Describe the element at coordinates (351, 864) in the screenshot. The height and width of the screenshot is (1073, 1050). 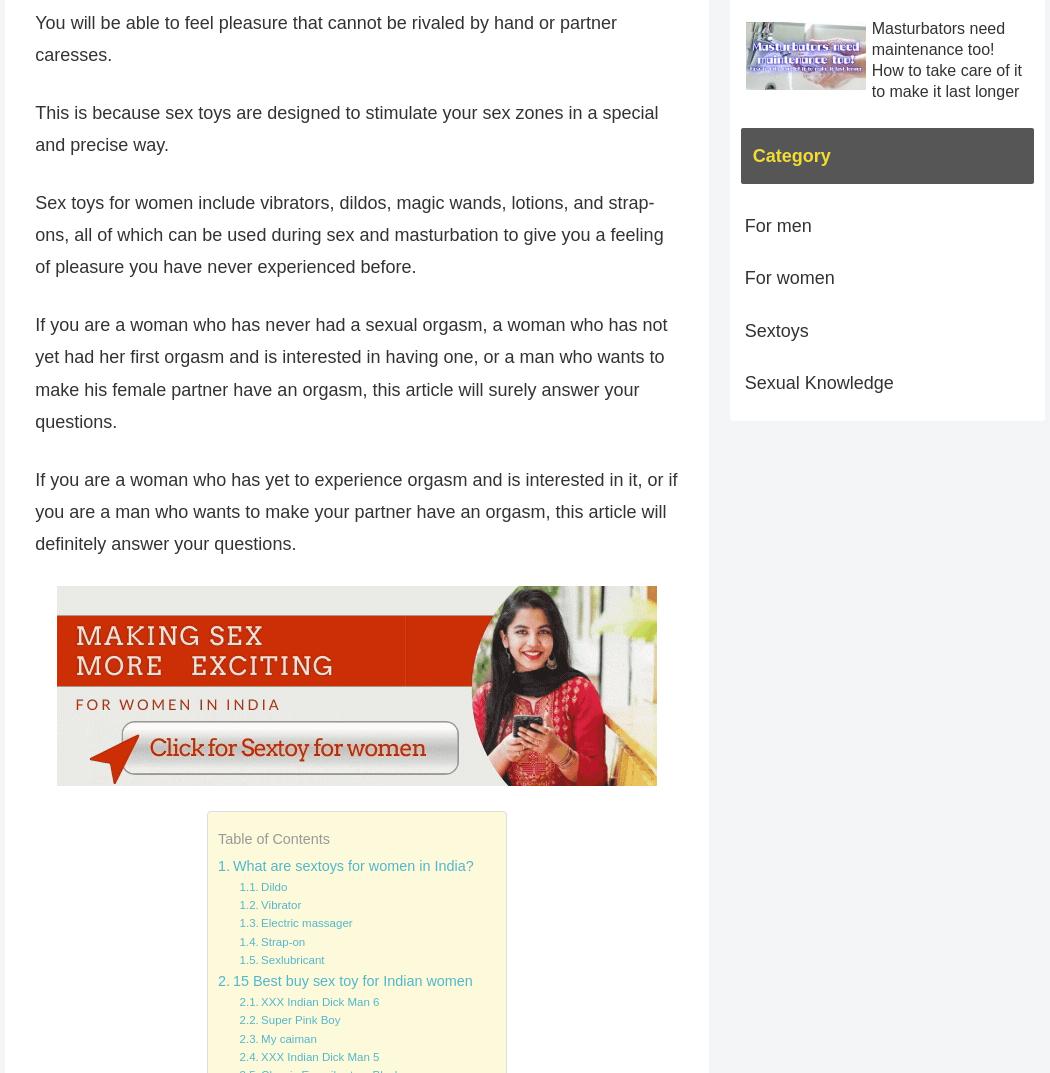
I see `'What are sextoys for women in India?'` at that location.